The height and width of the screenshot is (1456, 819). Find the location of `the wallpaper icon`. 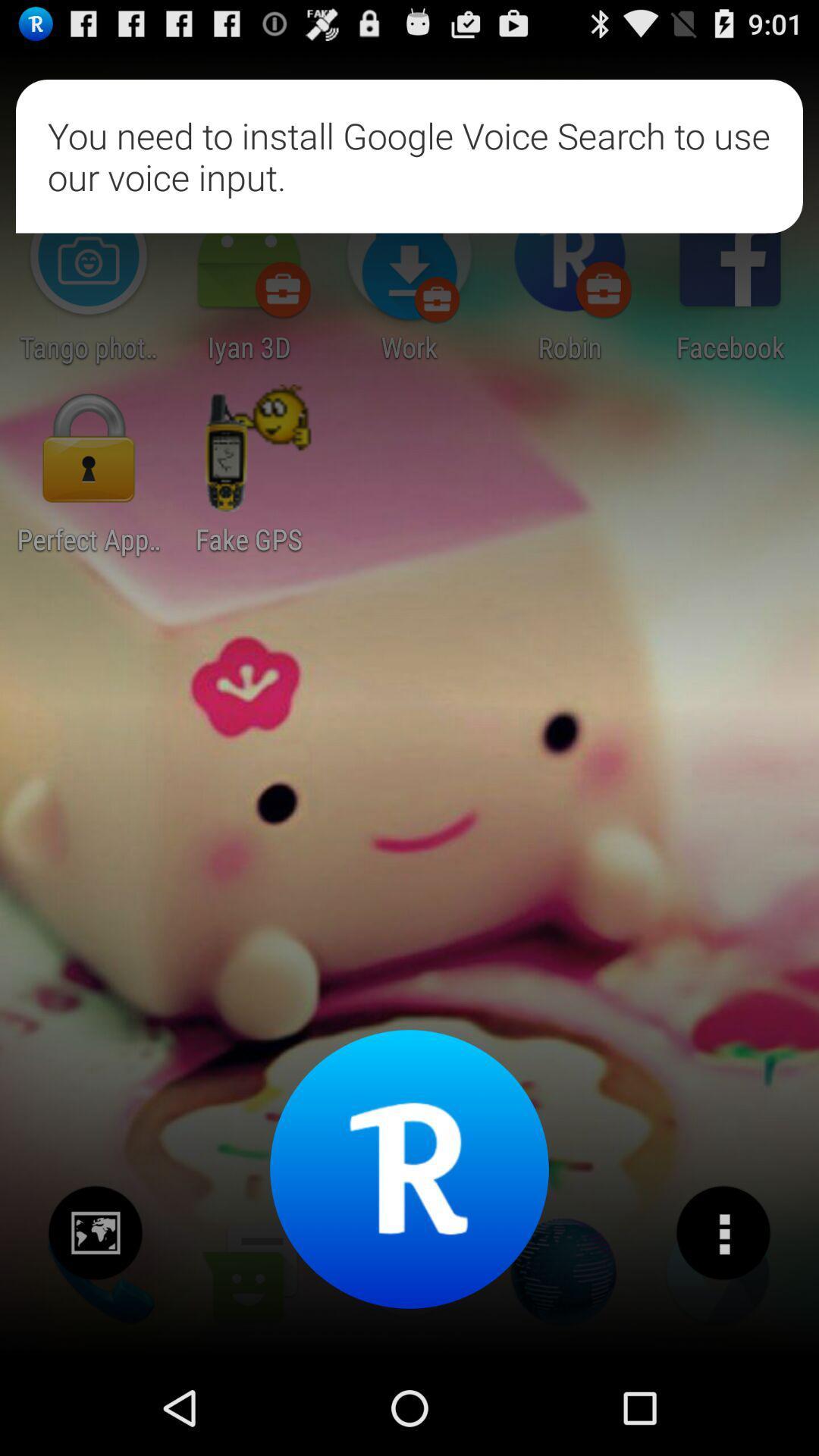

the wallpaper icon is located at coordinates (96, 1319).